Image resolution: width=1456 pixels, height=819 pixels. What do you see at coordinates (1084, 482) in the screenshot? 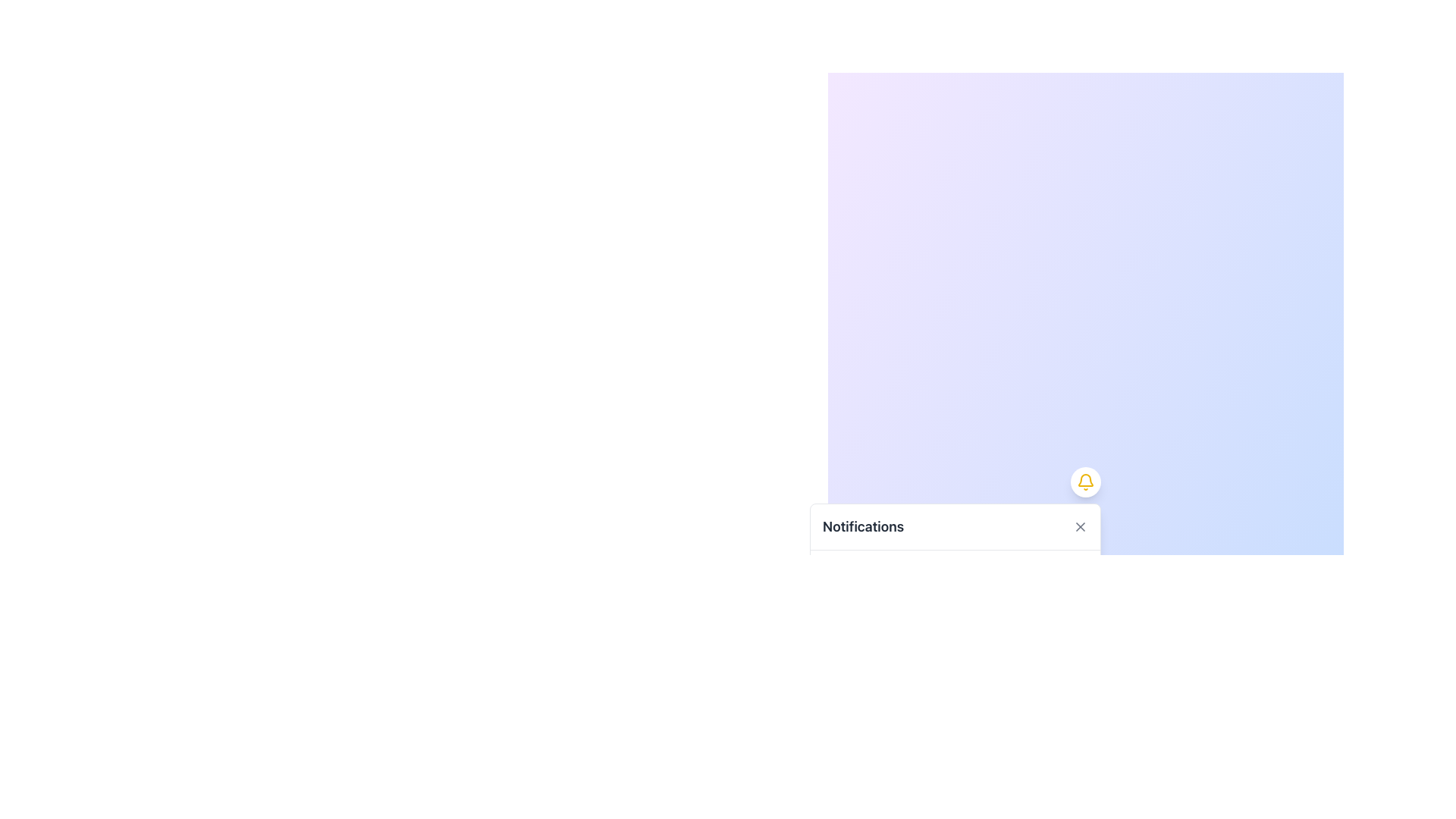
I see `the circular button with a yellow bell icon located in the upper-right corner of the notification card to initiate an action` at bounding box center [1084, 482].